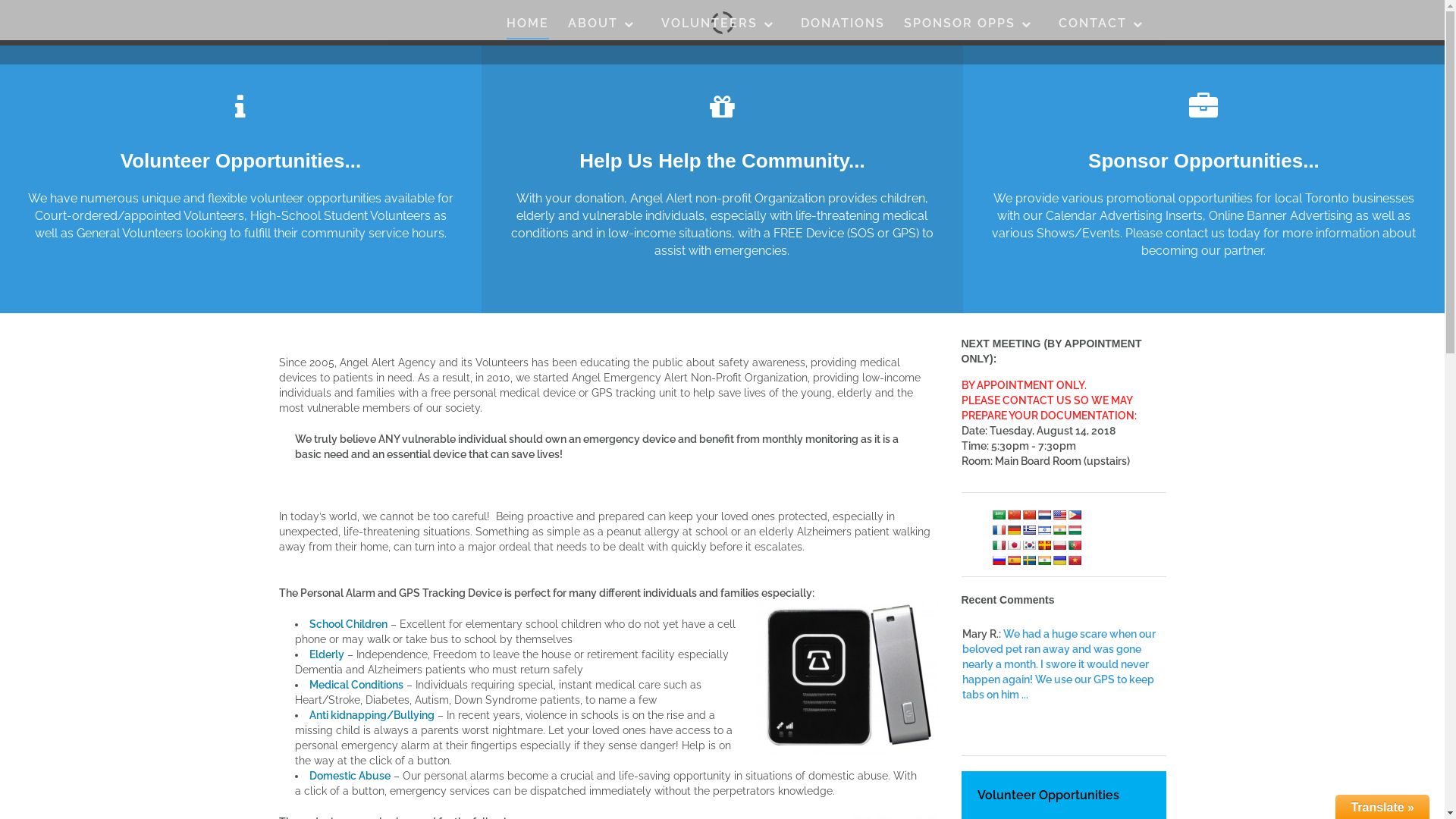  Describe the element at coordinates (998, 559) in the screenshot. I see `'Russian'` at that location.